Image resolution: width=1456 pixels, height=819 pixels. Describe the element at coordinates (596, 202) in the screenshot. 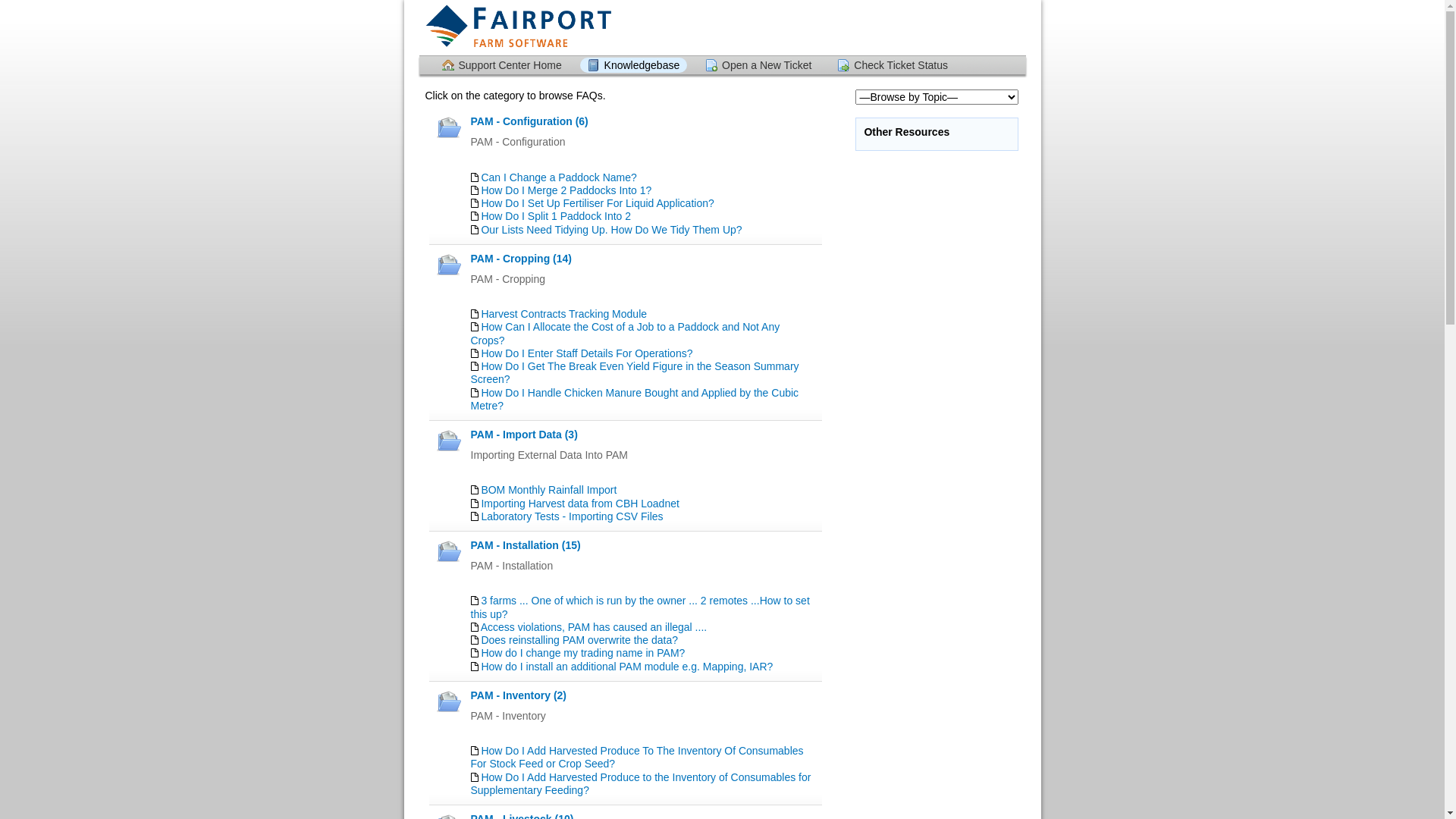

I see `'How Do I Set Up Fertiliser For Liquid Application?'` at that location.